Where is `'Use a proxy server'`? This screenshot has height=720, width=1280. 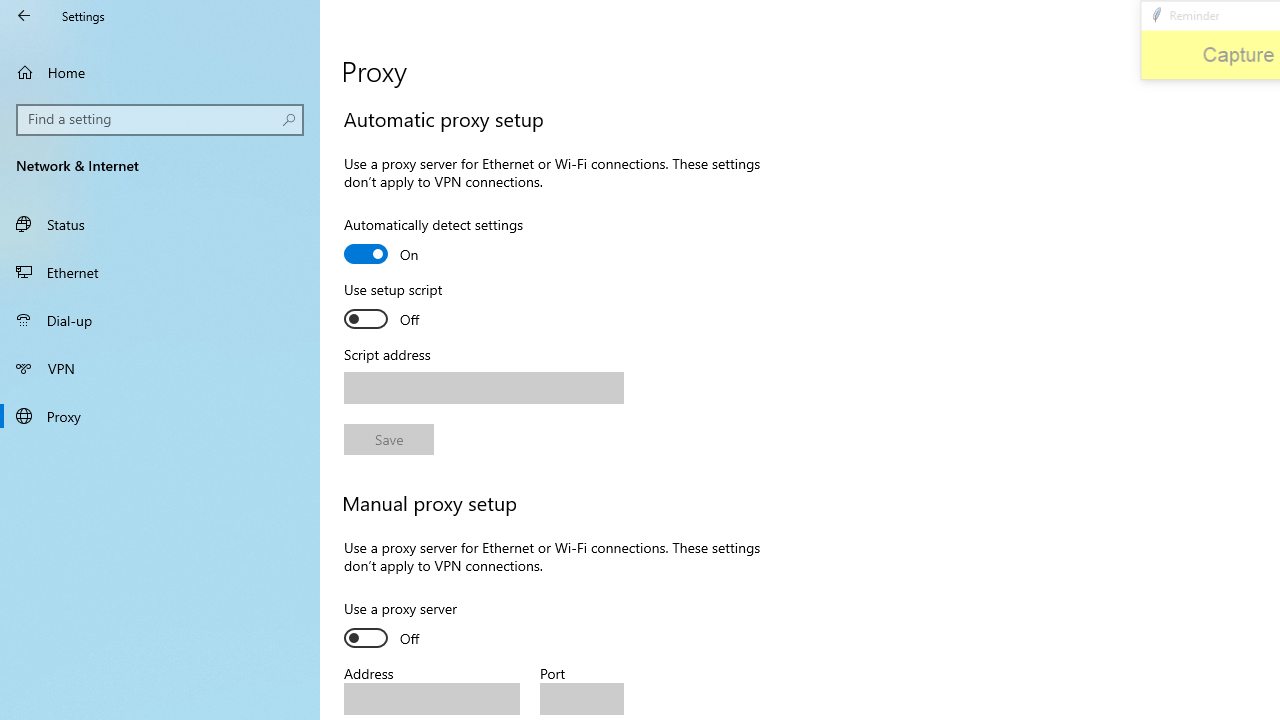 'Use a proxy server' is located at coordinates (416, 625).